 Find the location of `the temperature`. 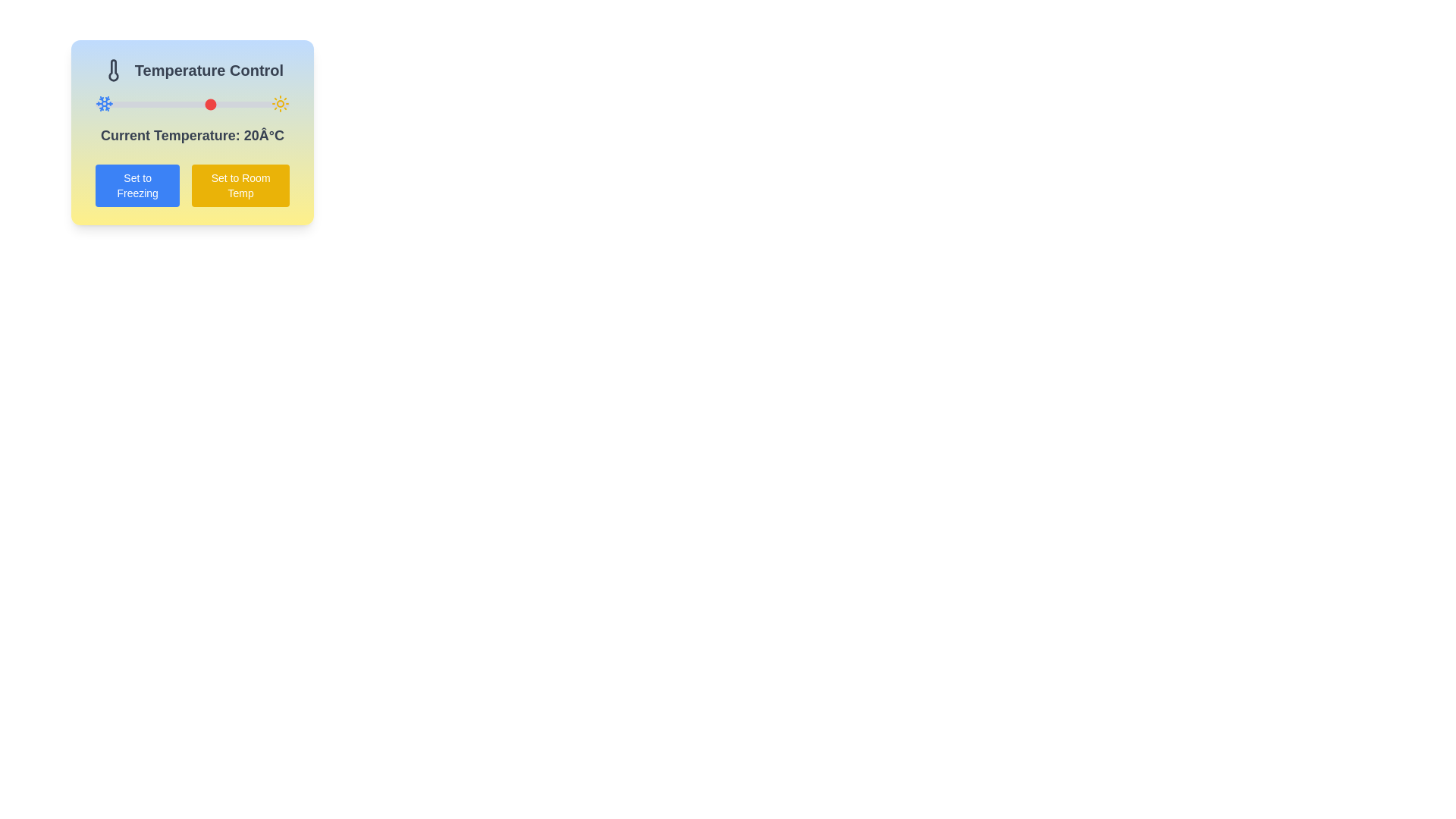

the temperature is located at coordinates (162, 104).